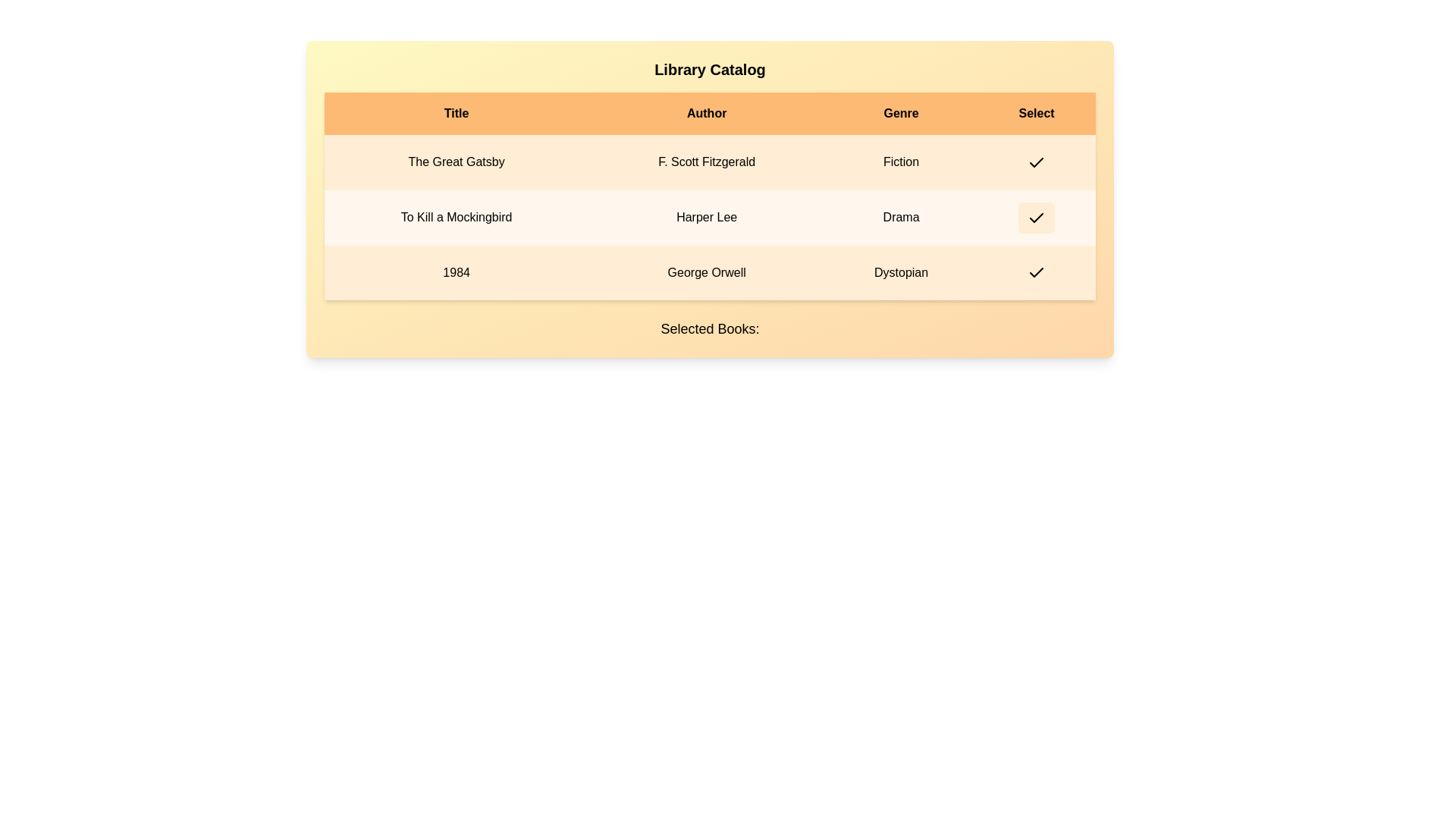 The height and width of the screenshot is (819, 1456). What do you see at coordinates (1036, 218) in the screenshot?
I see `the checkmark icon in the 'Select' column of the second row of the table for the book 'To Kill a Mockingbird'` at bounding box center [1036, 218].